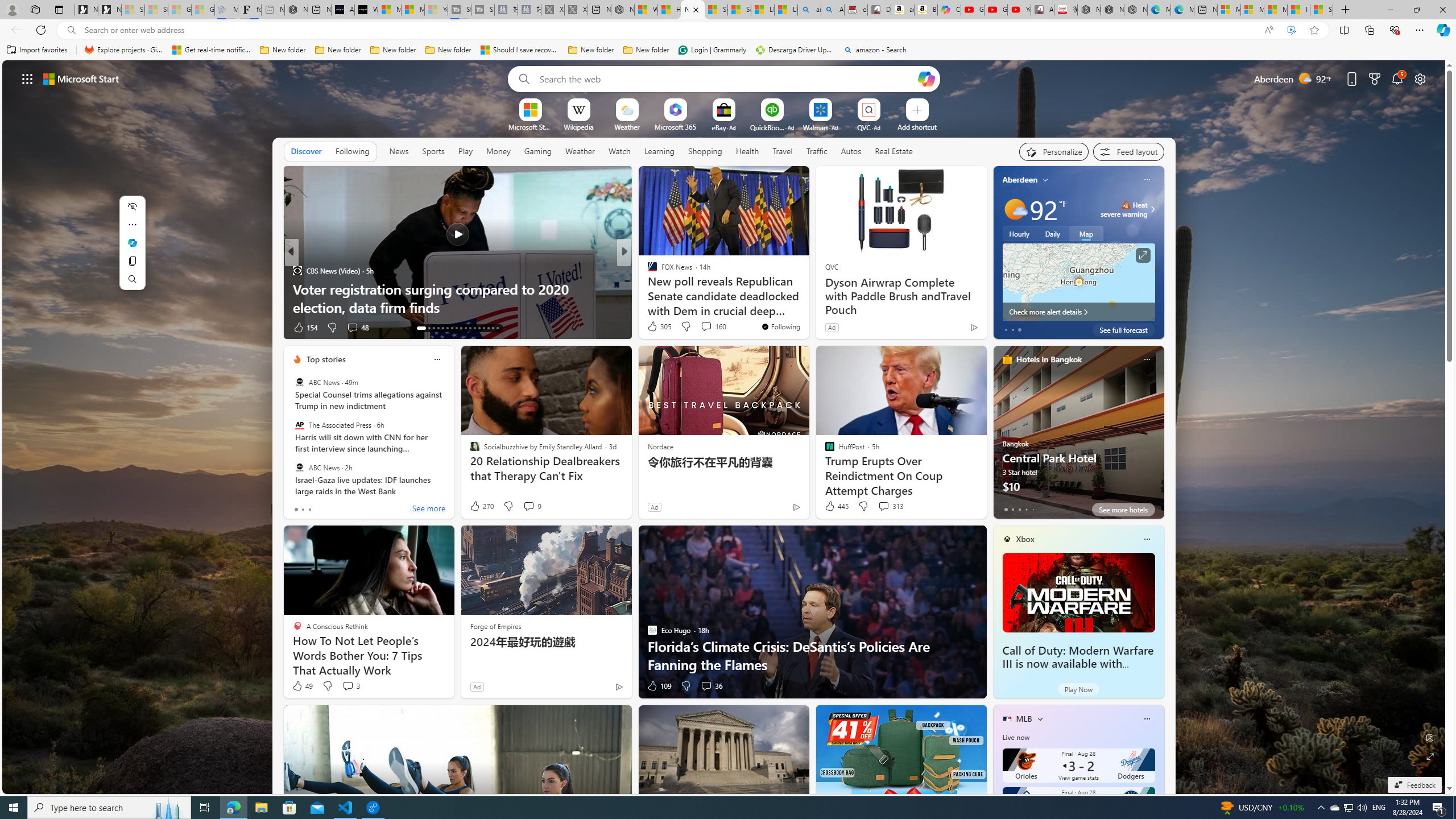  I want to click on 'Watch', so click(619, 151).